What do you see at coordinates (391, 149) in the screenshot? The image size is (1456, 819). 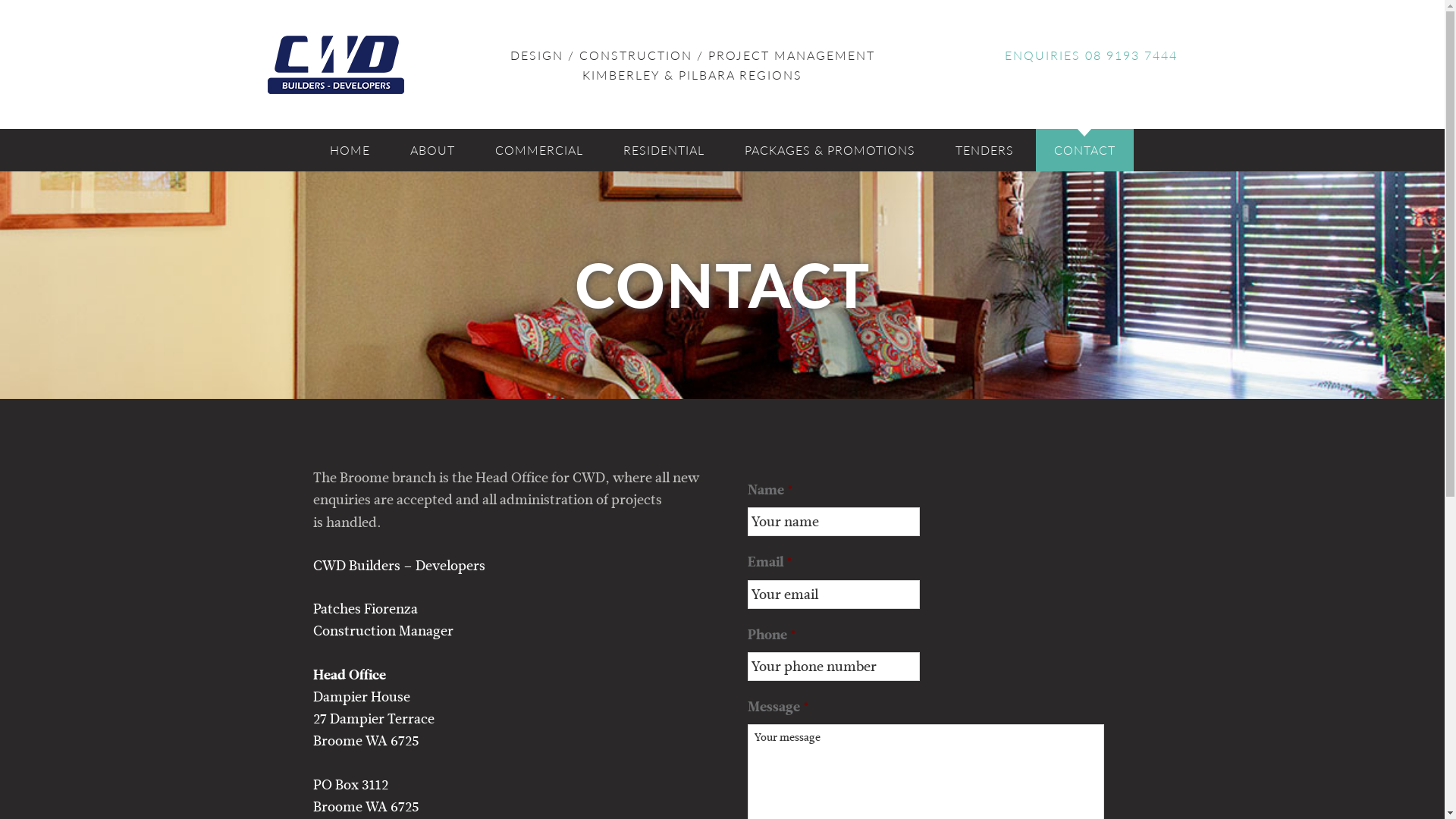 I see `'ABOUT'` at bounding box center [391, 149].